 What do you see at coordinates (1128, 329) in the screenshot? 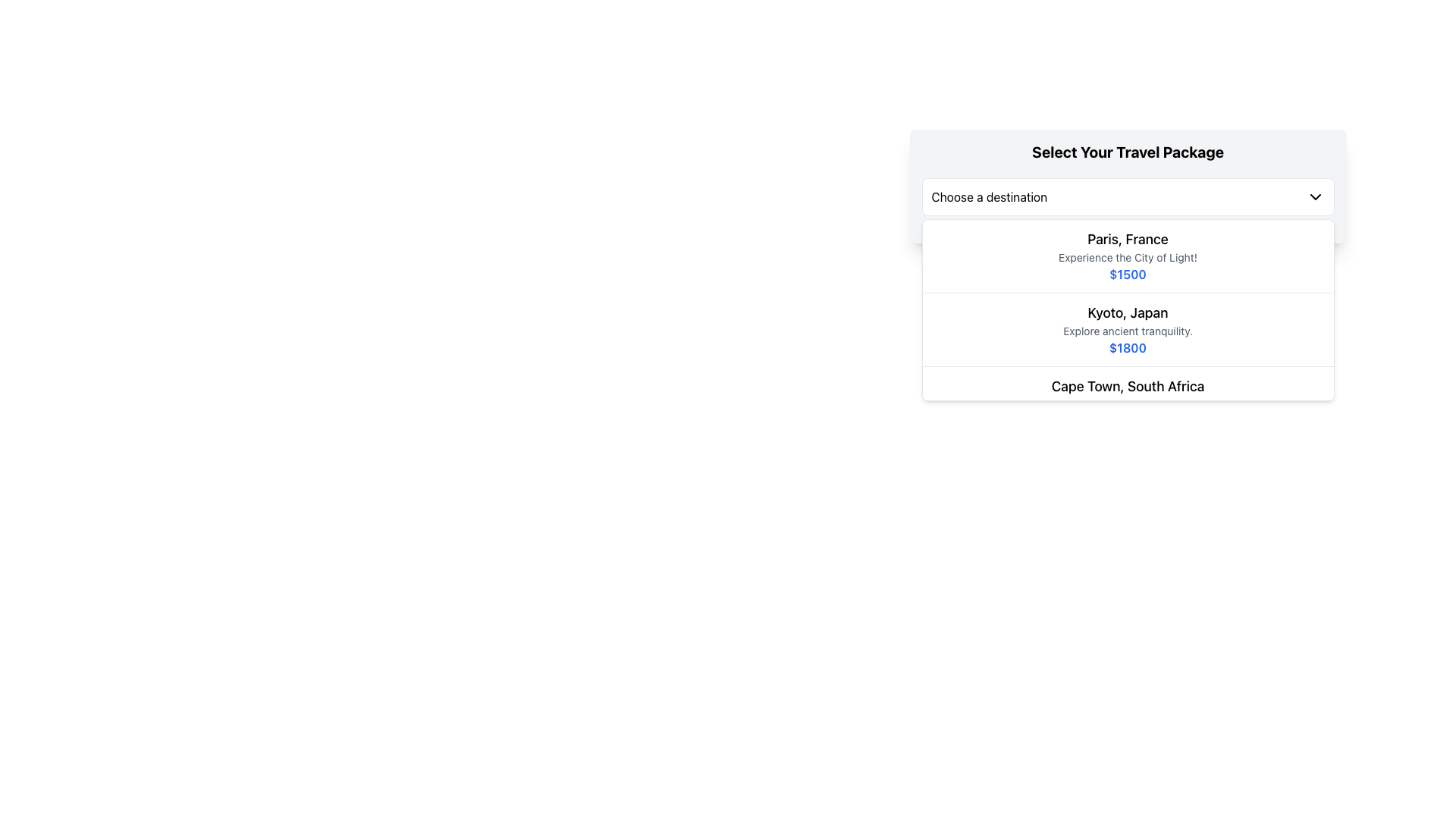
I see `on the travel option for 'Kyoto, Japan' which has the description 'Explore ancient tranquility.' and price '$1800.'` at bounding box center [1128, 329].